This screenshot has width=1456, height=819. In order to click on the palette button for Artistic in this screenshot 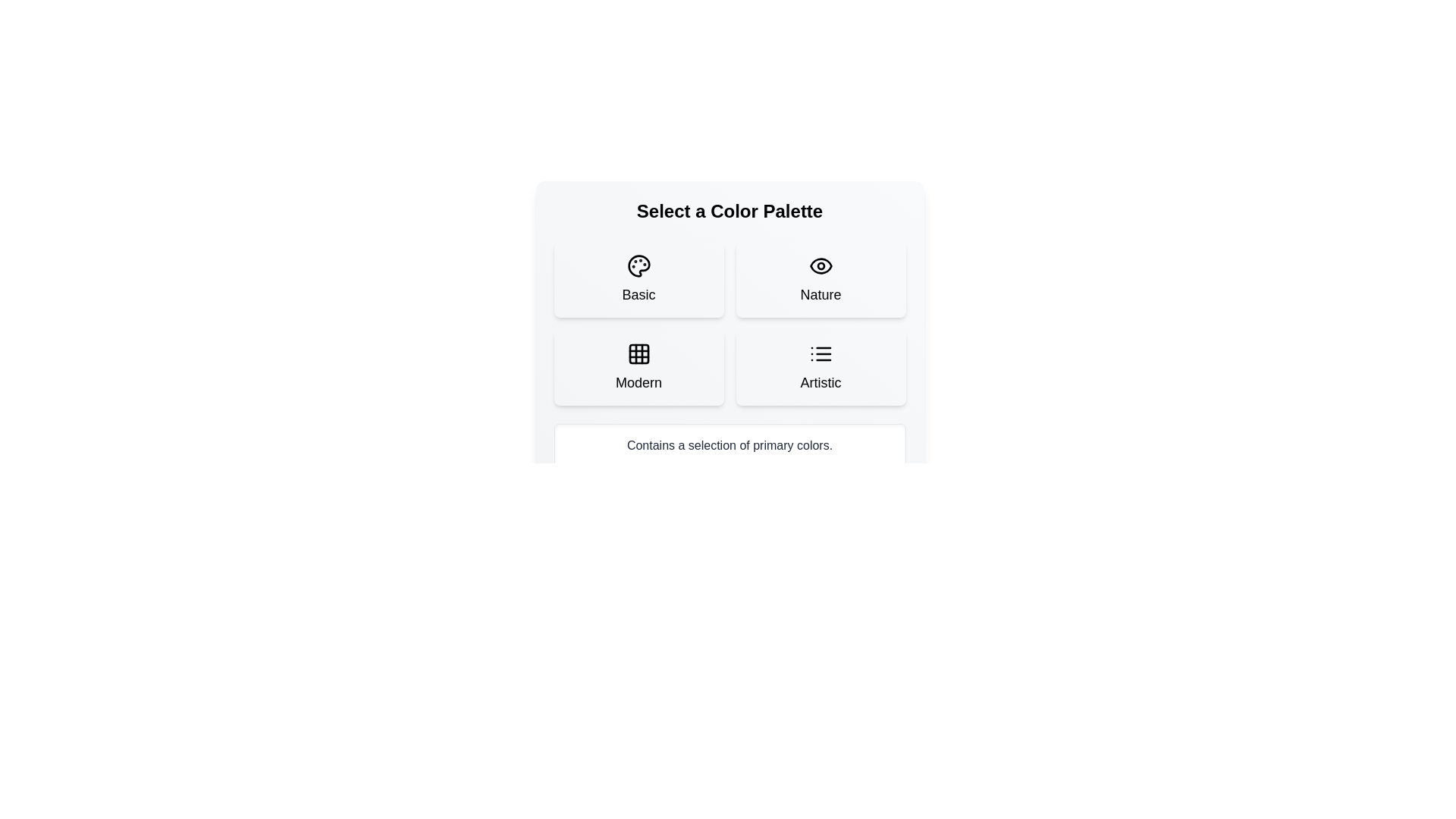, I will do `click(820, 368)`.